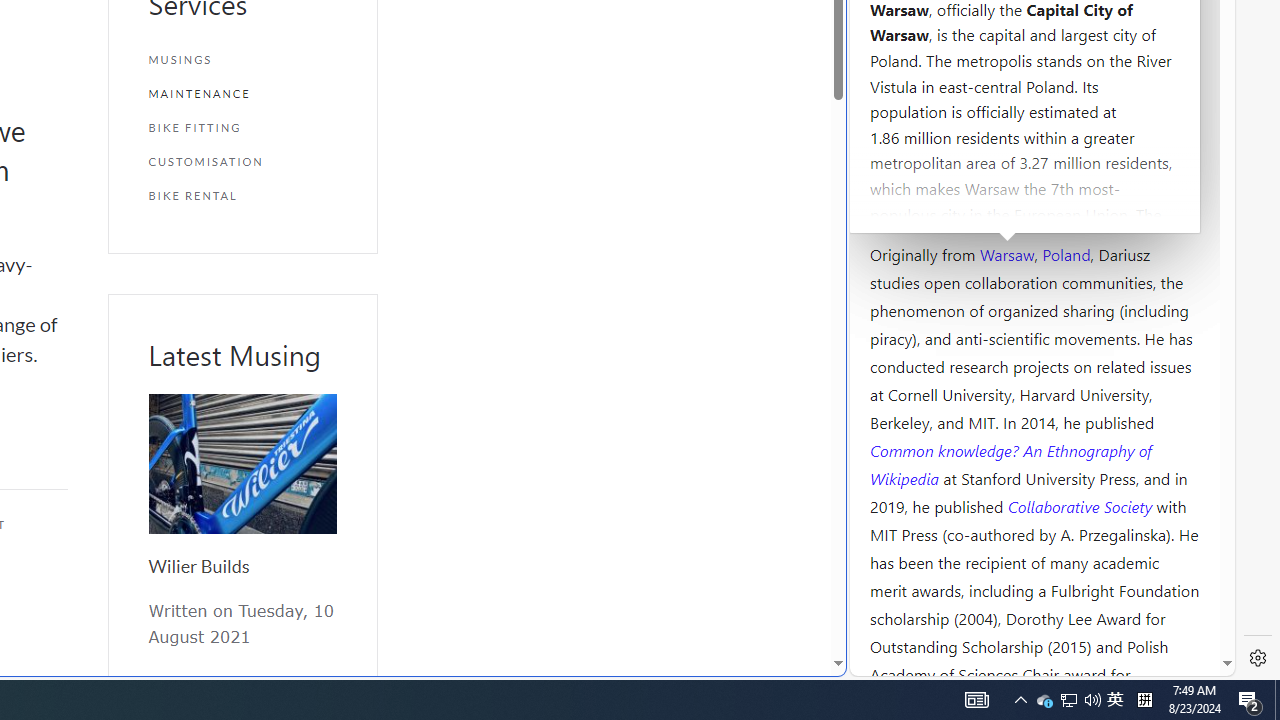 The width and height of the screenshot is (1280, 720). What do you see at coordinates (241, 160) in the screenshot?
I see `'CUSTOMISATION'` at bounding box center [241, 160].